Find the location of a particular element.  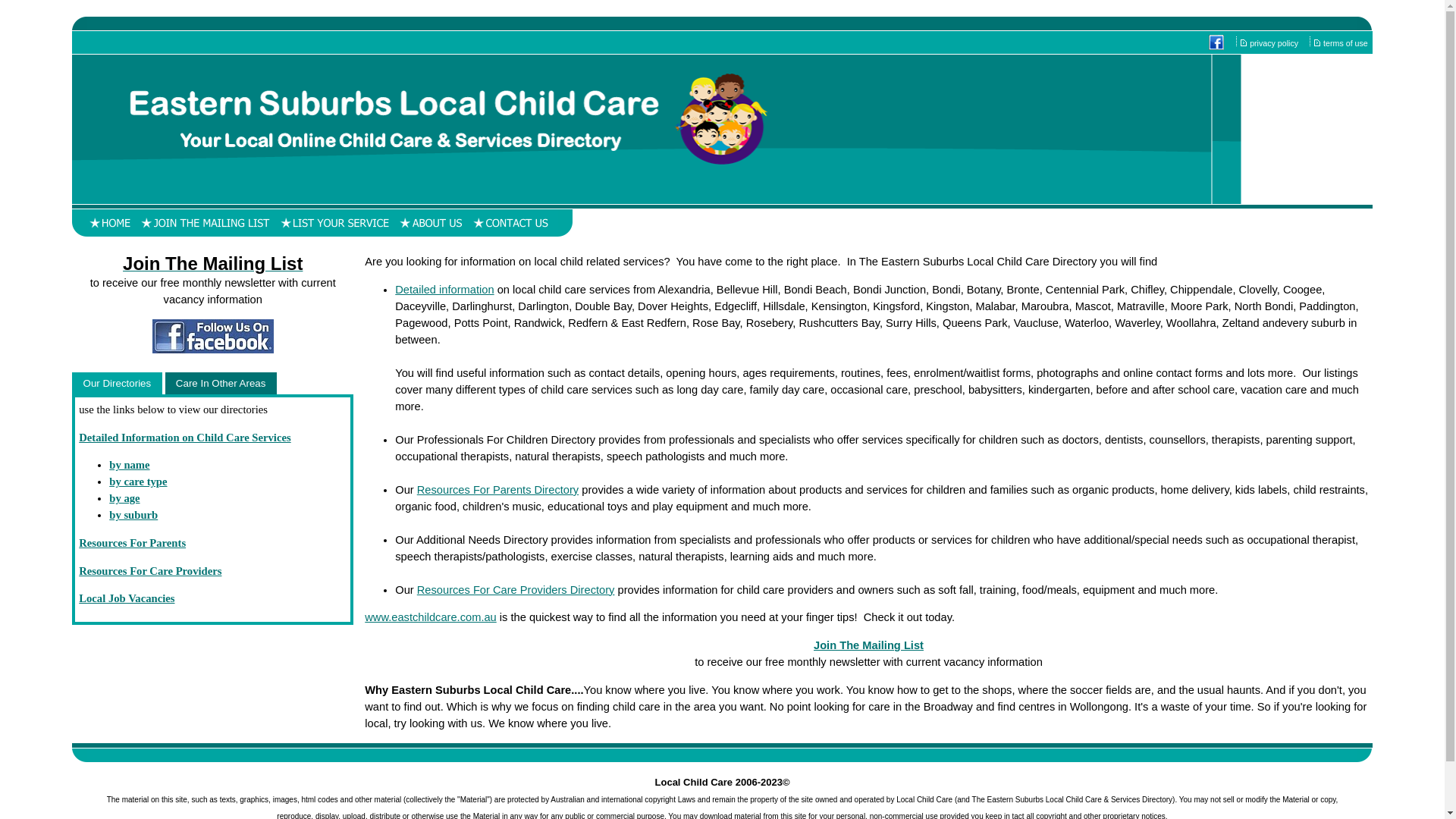

'Detailed information' is located at coordinates (443, 289).